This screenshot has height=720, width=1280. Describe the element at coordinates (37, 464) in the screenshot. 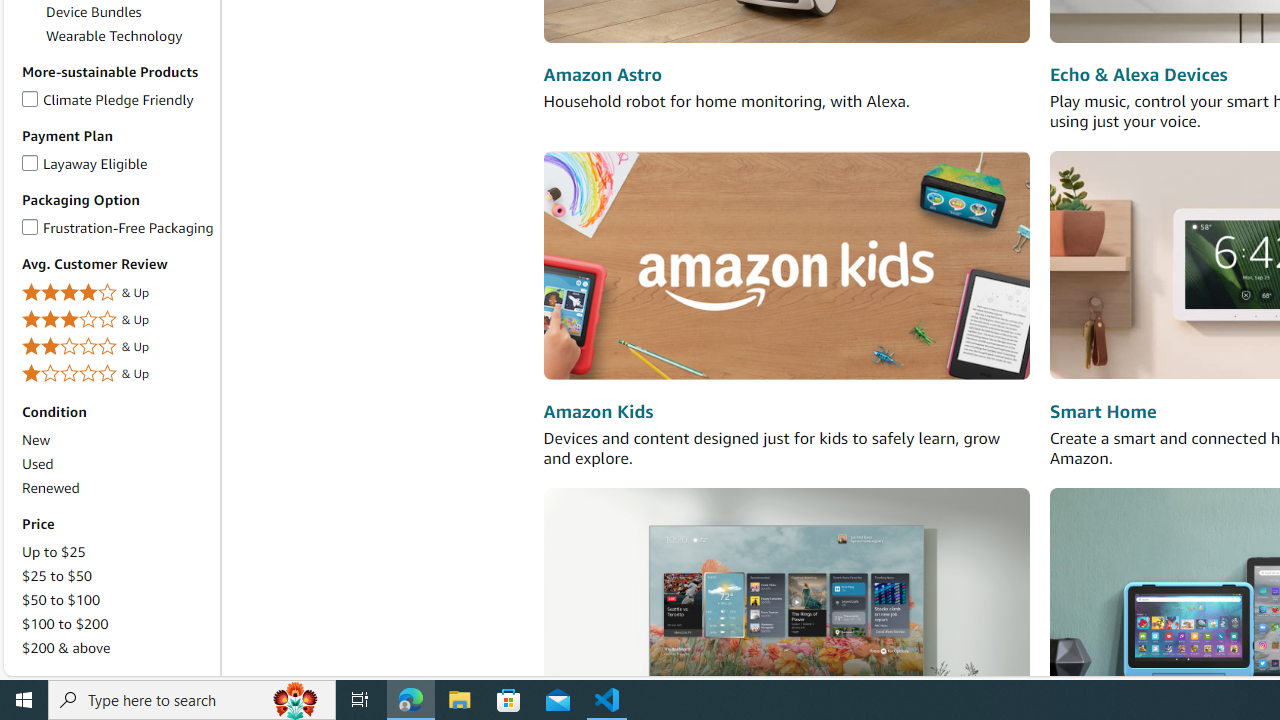

I see `'Used'` at that location.